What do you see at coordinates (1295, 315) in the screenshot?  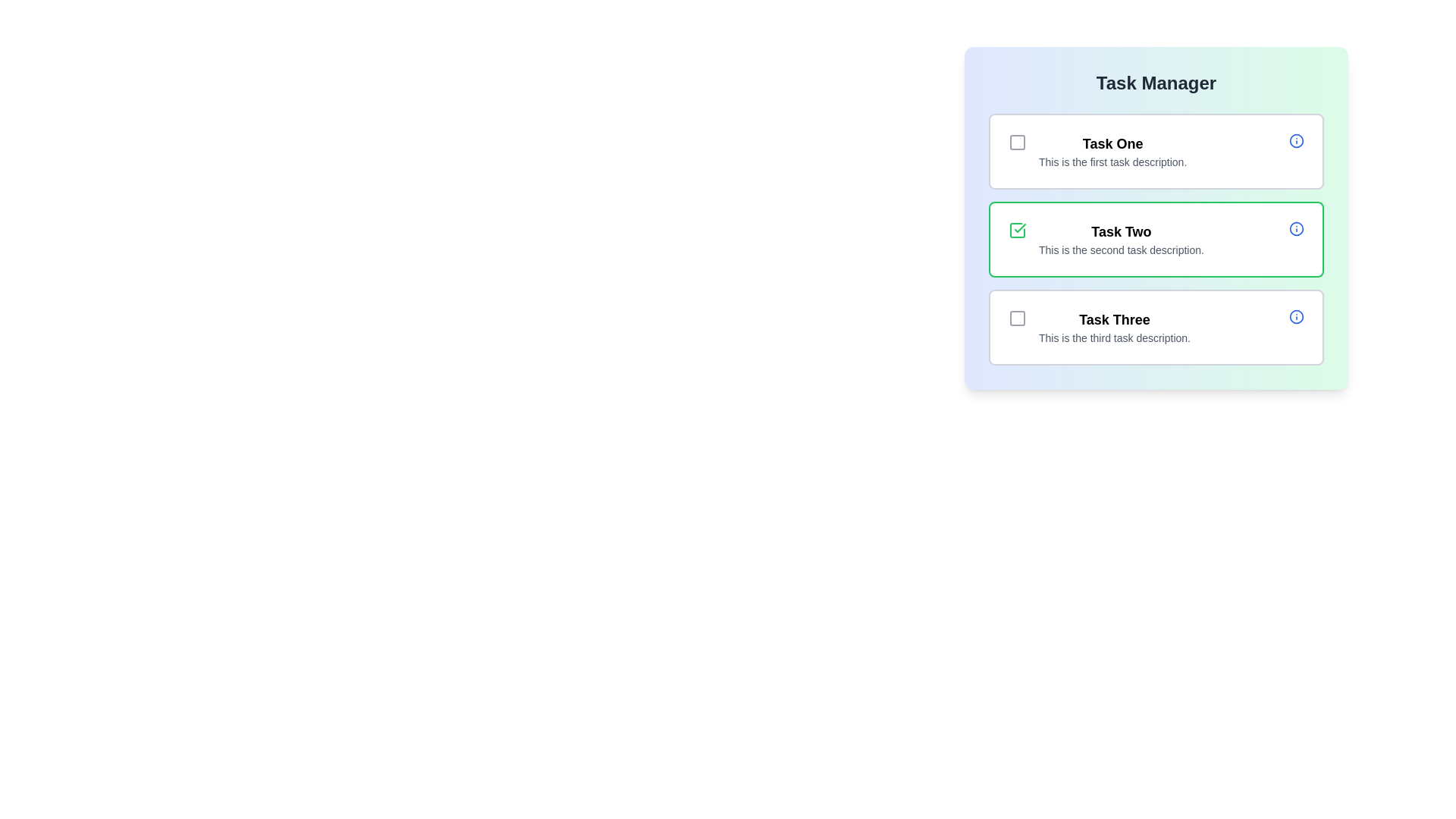 I see `the circular blue information icon with a white 'i' inside, located at the far right edge of the 'Task Three' card` at bounding box center [1295, 315].